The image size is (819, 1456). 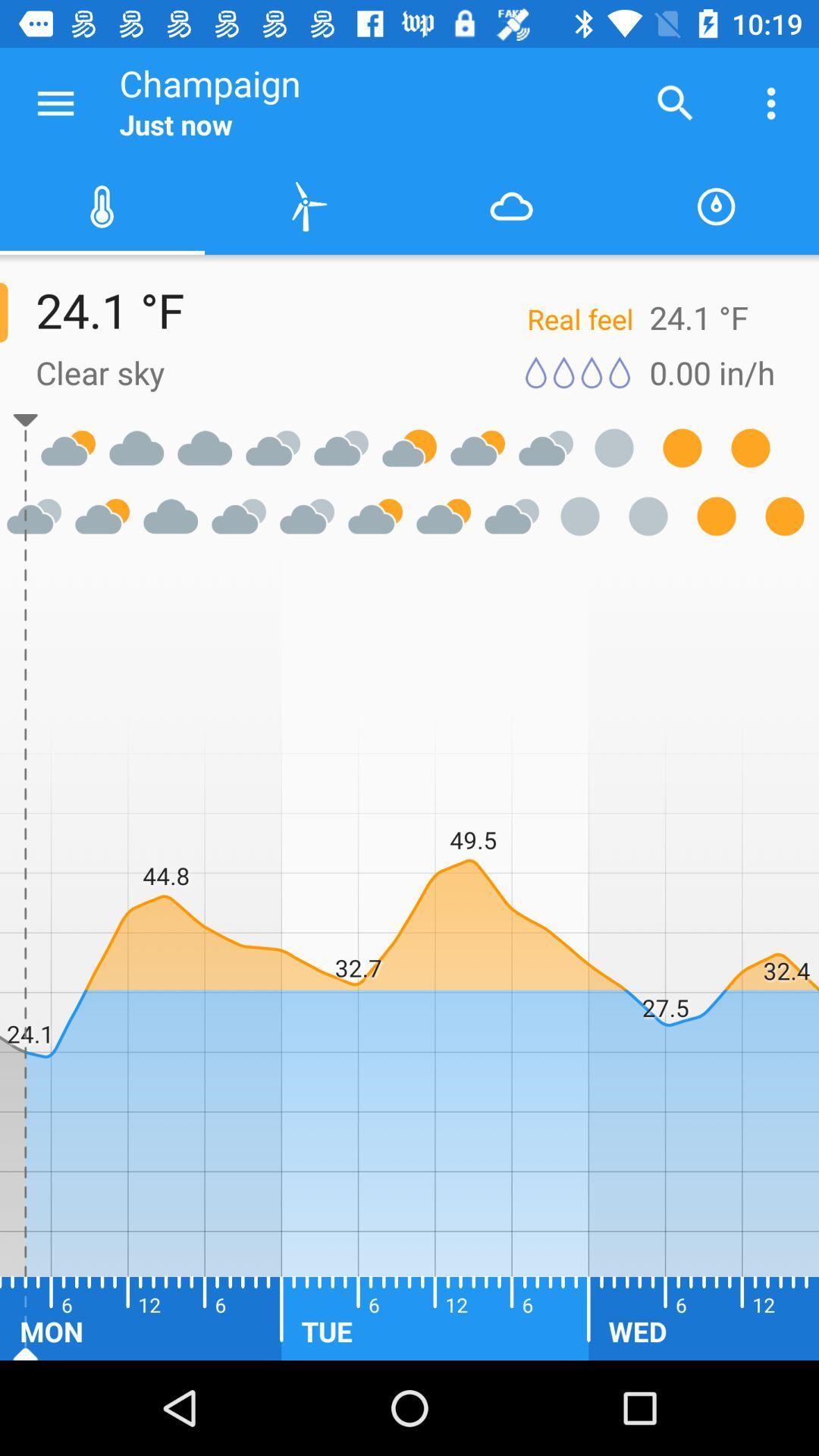 I want to click on icon to the left of the champaign item, so click(x=55, y=102).